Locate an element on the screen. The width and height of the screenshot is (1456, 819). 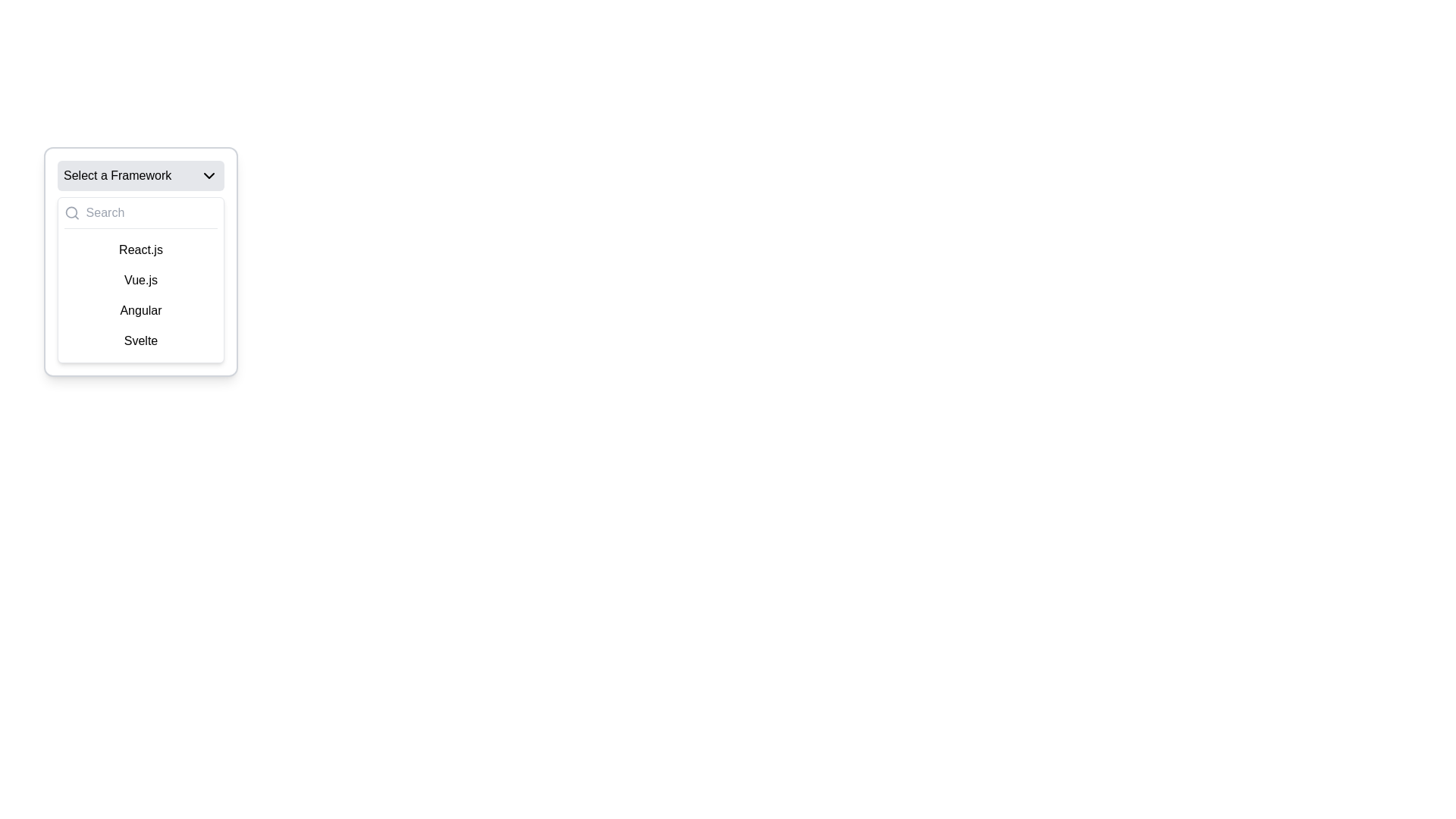
the 'React.js' option in the dropdown list is located at coordinates (141, 261).